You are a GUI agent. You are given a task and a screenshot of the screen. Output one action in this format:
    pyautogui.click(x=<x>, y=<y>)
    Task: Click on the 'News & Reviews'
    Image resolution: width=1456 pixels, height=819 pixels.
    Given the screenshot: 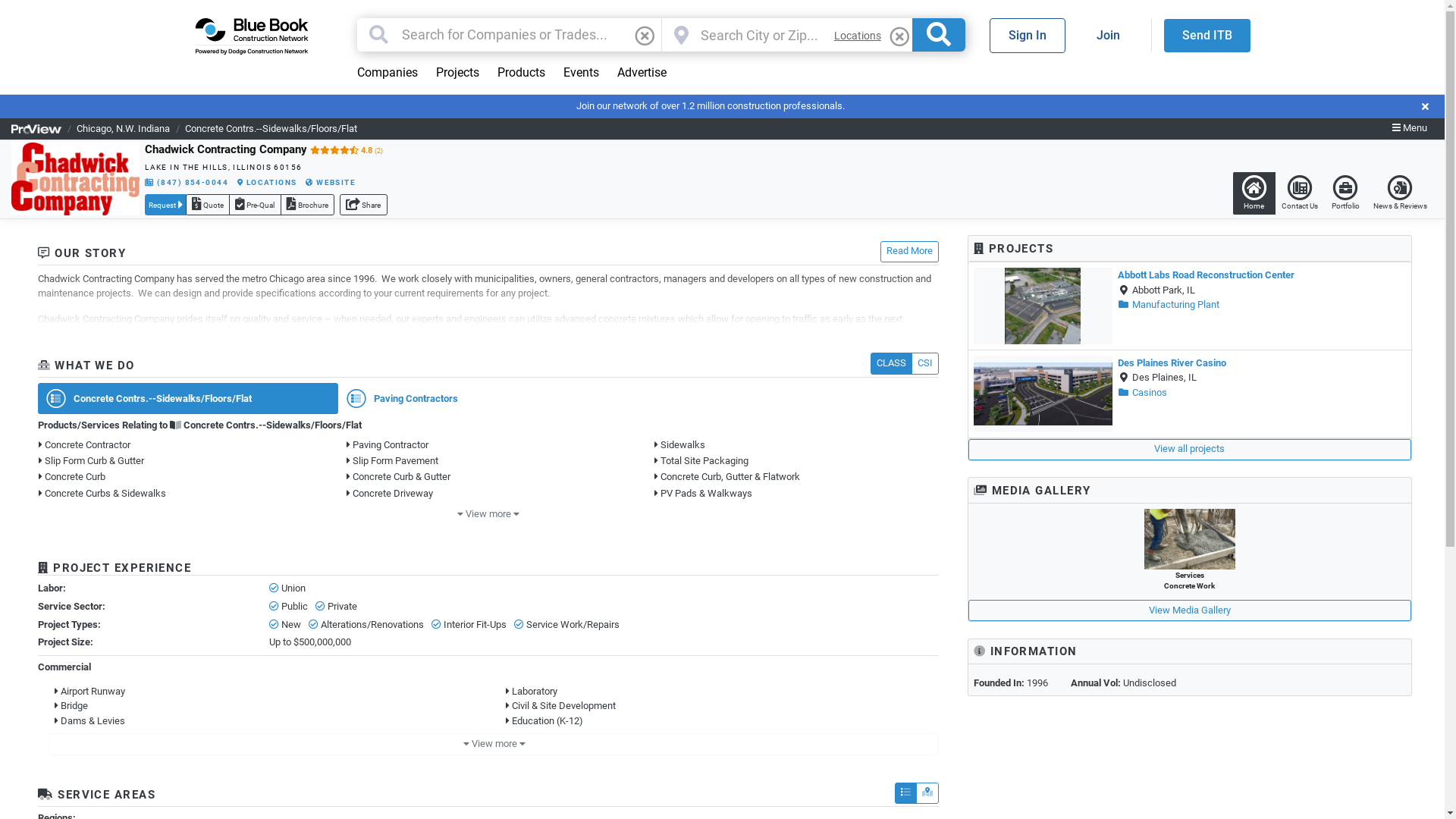 What is the action you would take?
    pyautogui.click(x=1399, y=192)
    